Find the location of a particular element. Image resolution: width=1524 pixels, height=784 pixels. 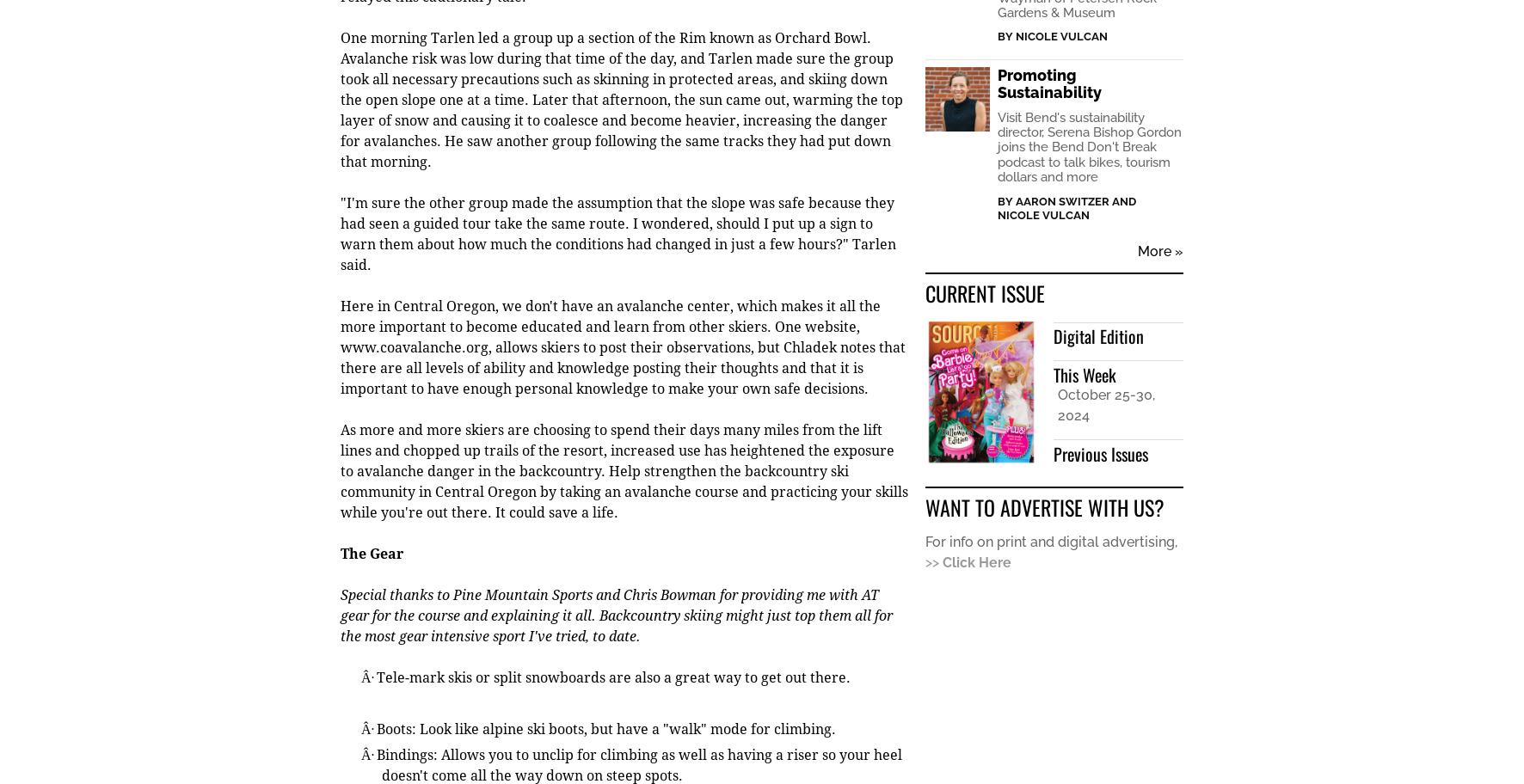

'Click Here' is located at coordinates (976, 563).